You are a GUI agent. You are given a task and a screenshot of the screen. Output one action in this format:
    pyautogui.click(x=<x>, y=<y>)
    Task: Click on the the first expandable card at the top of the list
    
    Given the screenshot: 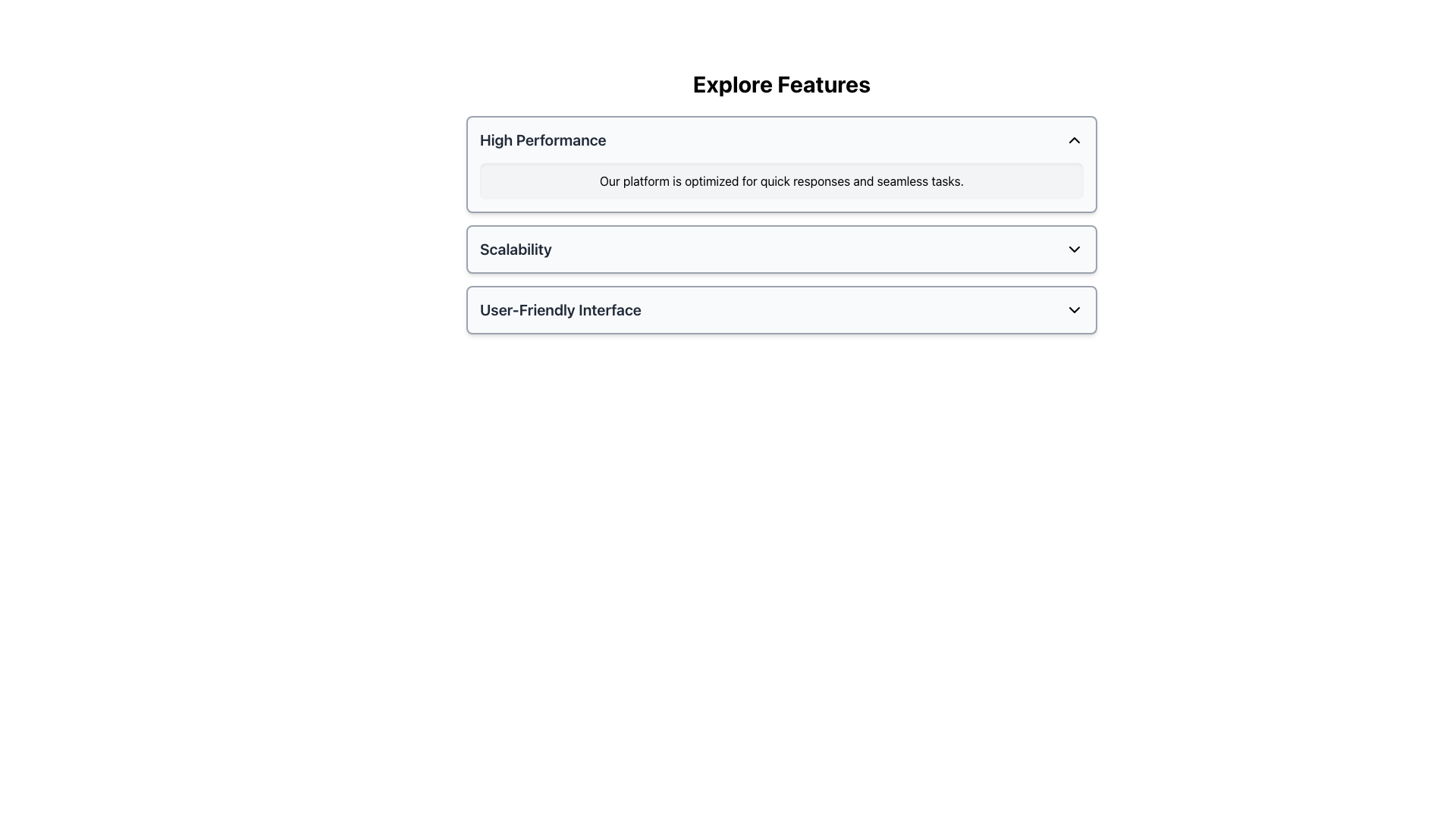 What is the action you would take?
    pyautogui.click(x=782, y=164)
    